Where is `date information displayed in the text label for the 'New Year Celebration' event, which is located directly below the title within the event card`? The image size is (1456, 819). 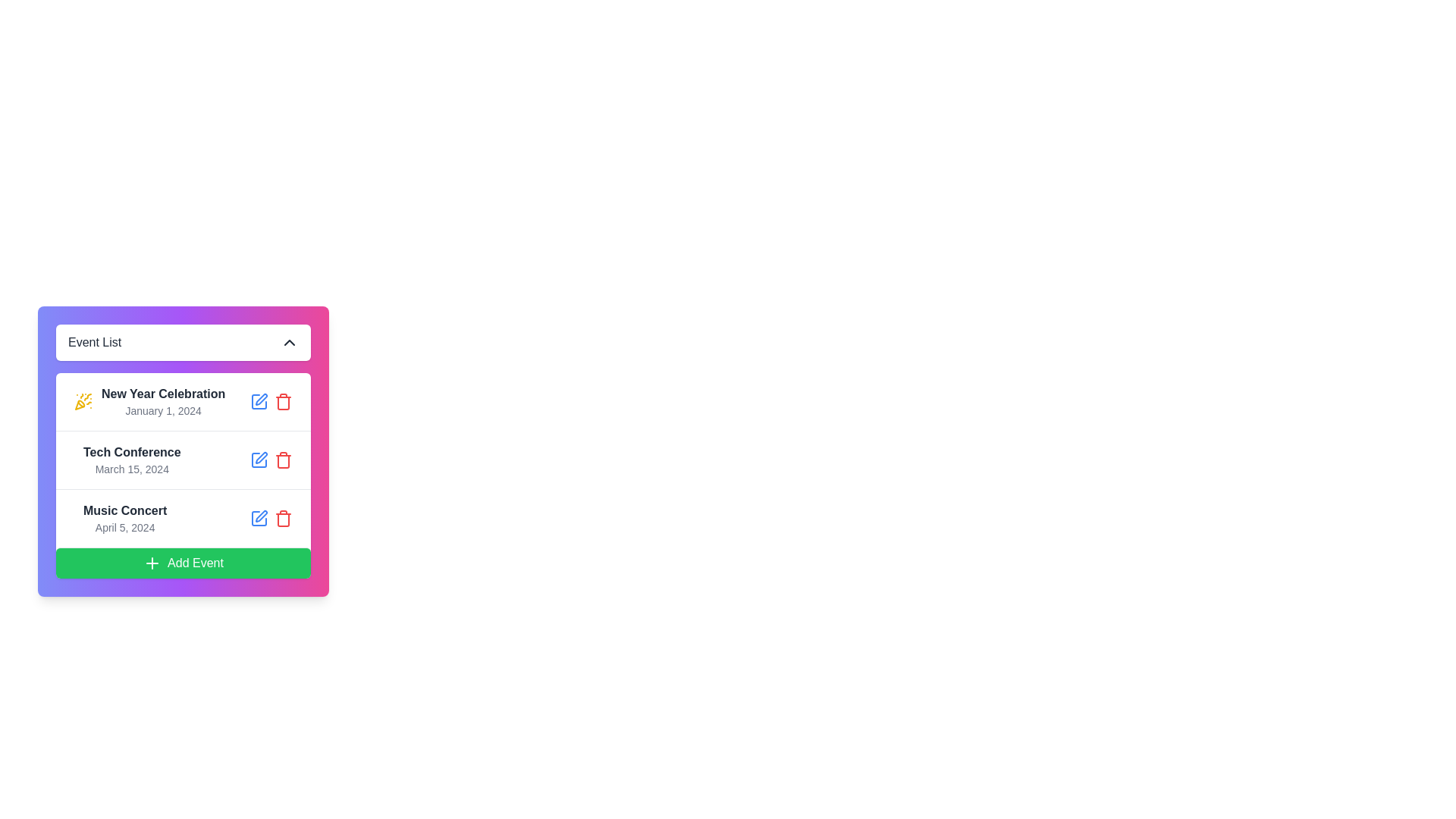 date information displayed in the text label for the 'New Year Celebration' event, which is located directly below the title within the event card is located at coordinates (163, 411).